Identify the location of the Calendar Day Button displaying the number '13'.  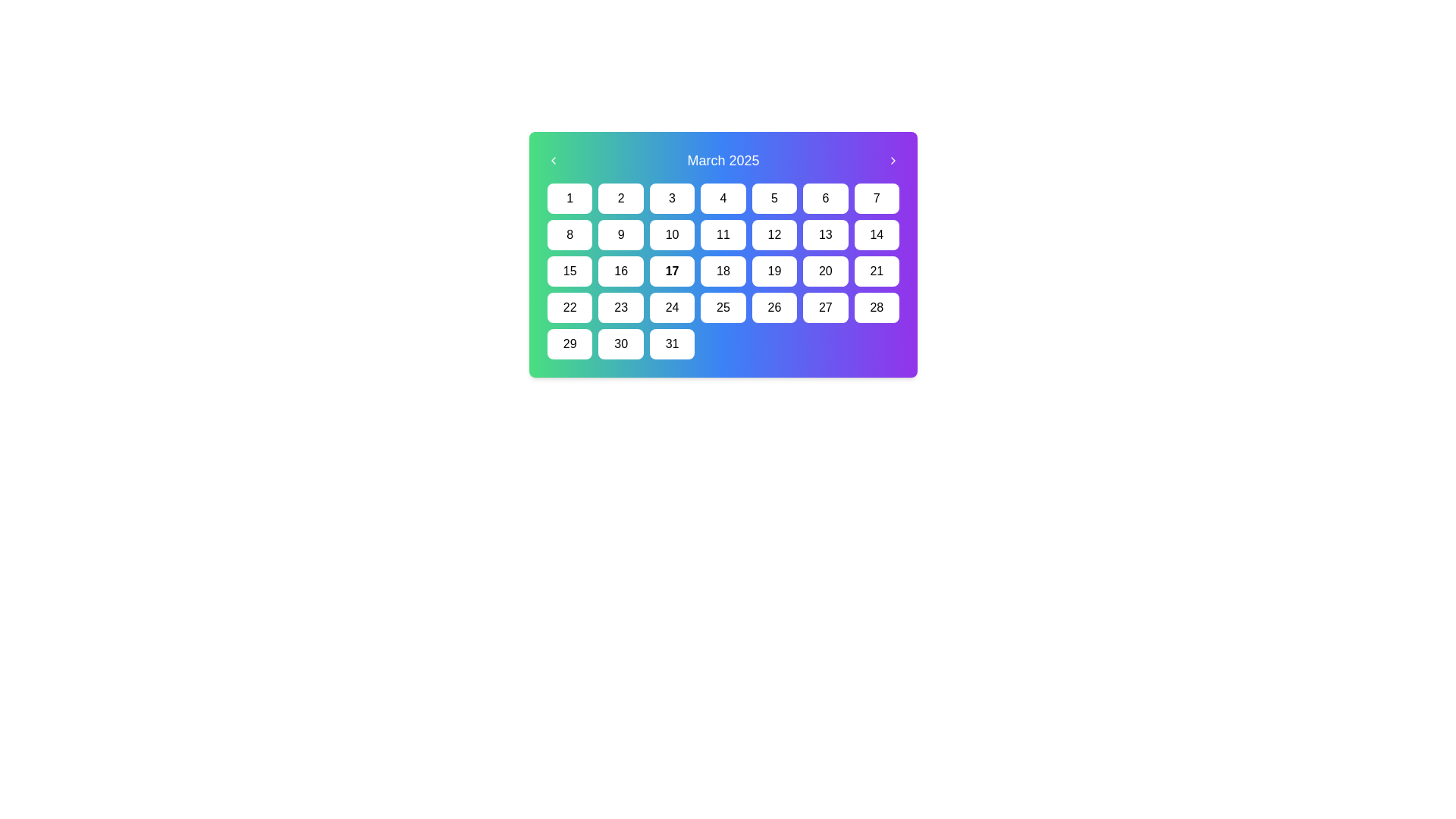
(824, 234).